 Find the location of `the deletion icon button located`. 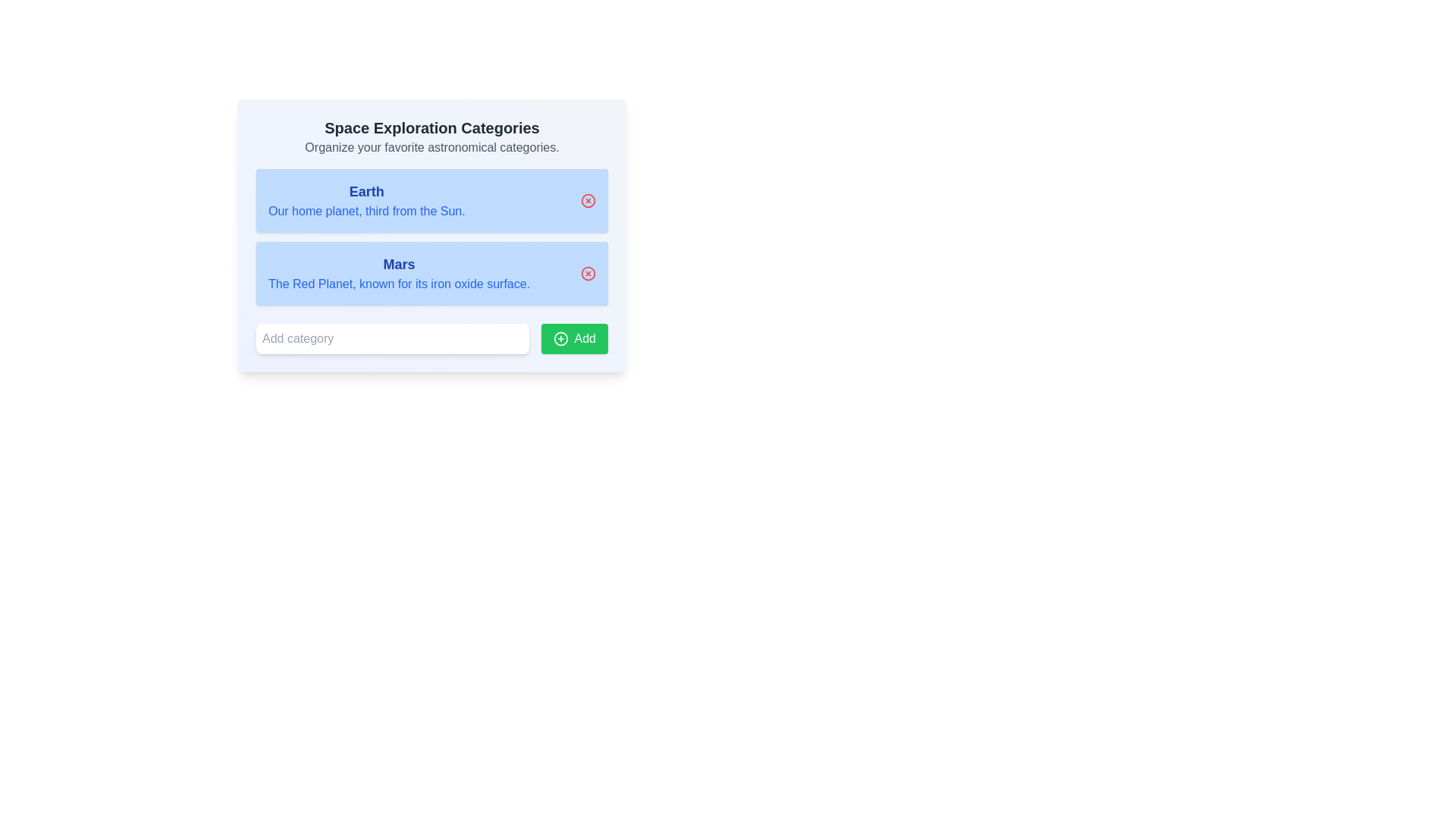

the deletion icon button located is located at coordinates (588, 200).